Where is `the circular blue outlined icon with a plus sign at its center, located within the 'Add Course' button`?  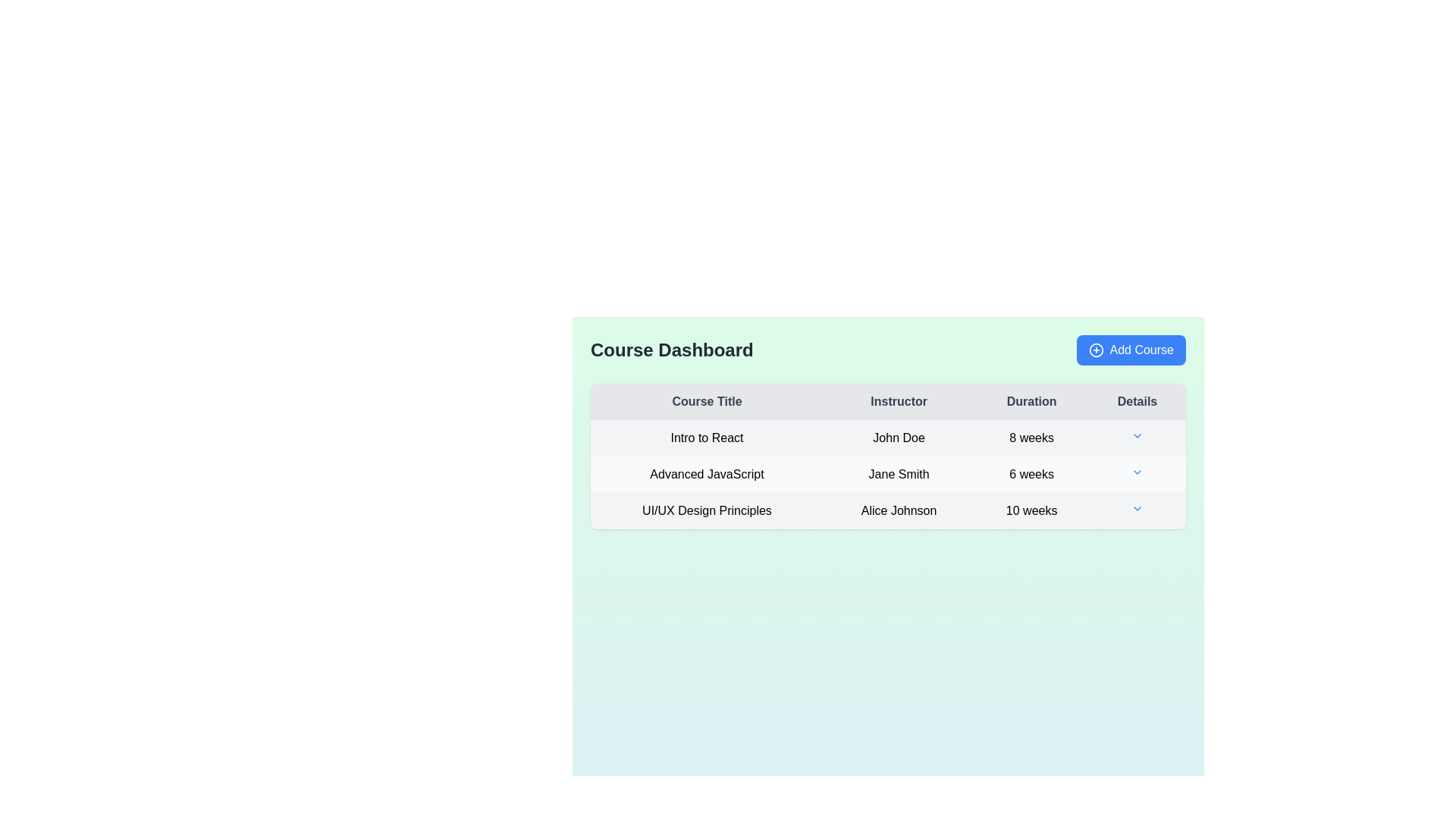 the circular blue outlined icon with a plus sign at its center, located within the 'Add Course' button is located at coordinates (1096, 350).